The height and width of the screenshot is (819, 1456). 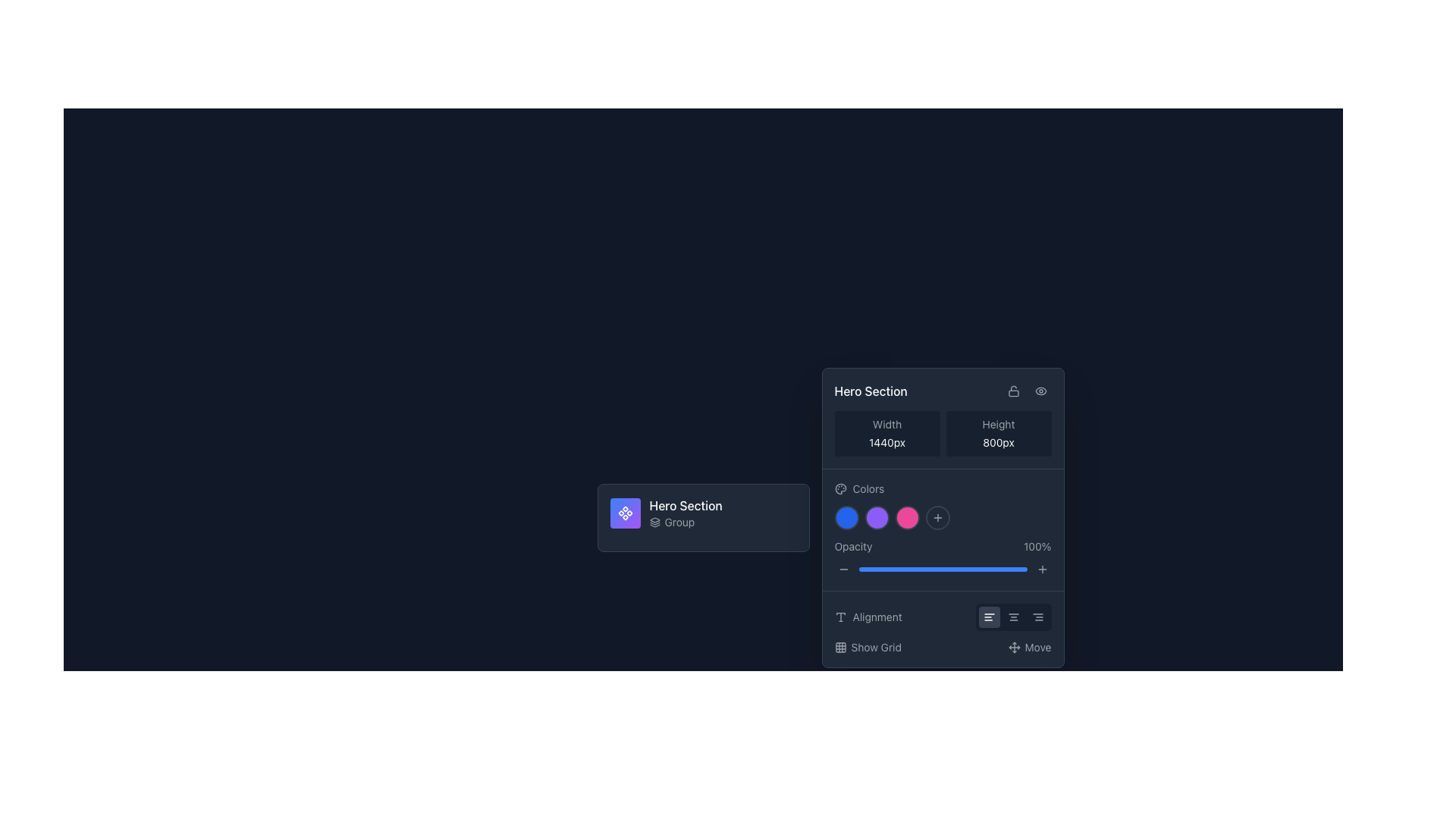 What do you see at coordinates (998, 424) in the screenshot?
I see `the 'Height' label, which is a bold, light gray text positioned at the top of a dark gray panel, clearly contrasted and aligned with '800px'` at bounding box center [998, 424].